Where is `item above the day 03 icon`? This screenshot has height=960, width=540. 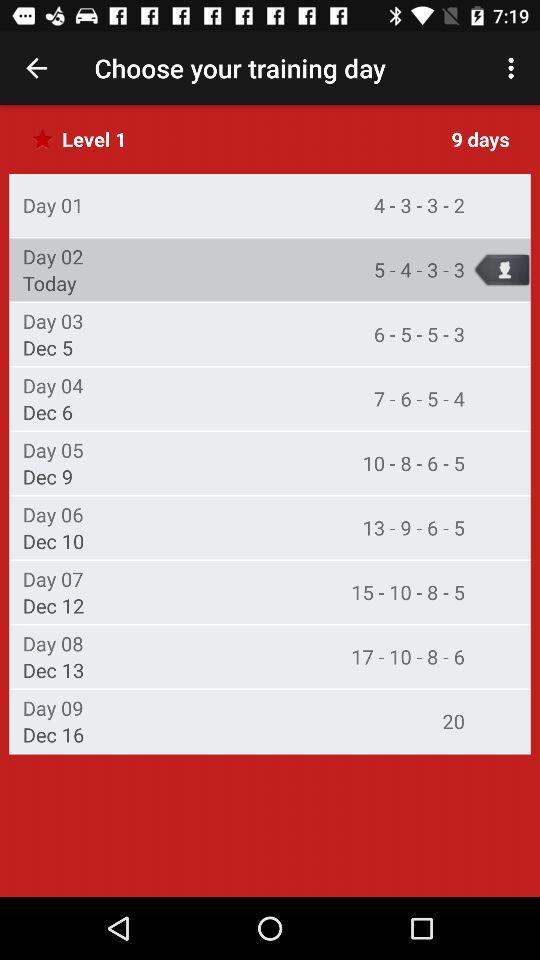
item above the day 03 icon is located at coordinates (49, 282).